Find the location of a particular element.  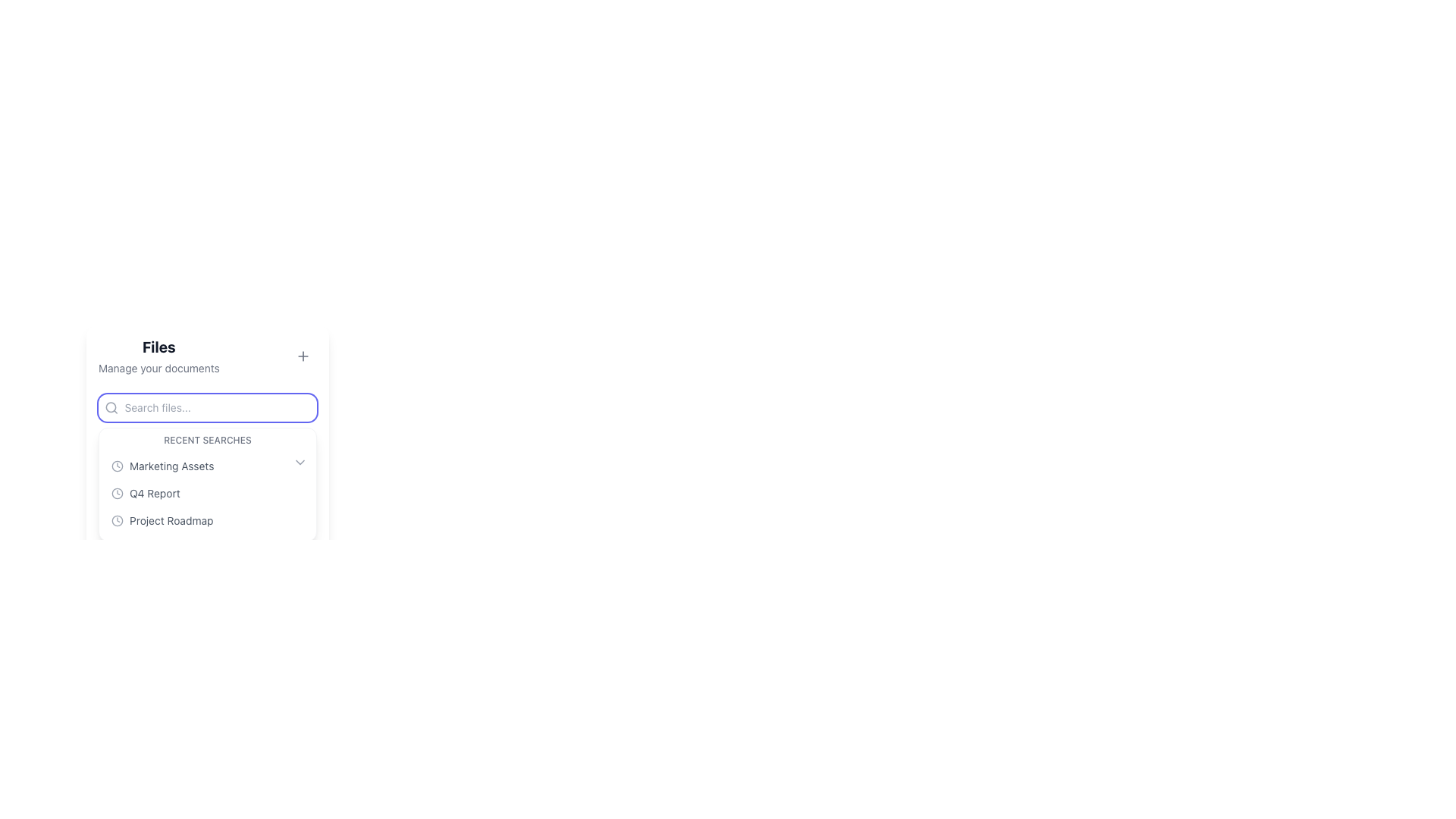

the composite label element titled 'Documents' with the supplementary description '43 items' is located at coordinates (199, 461).